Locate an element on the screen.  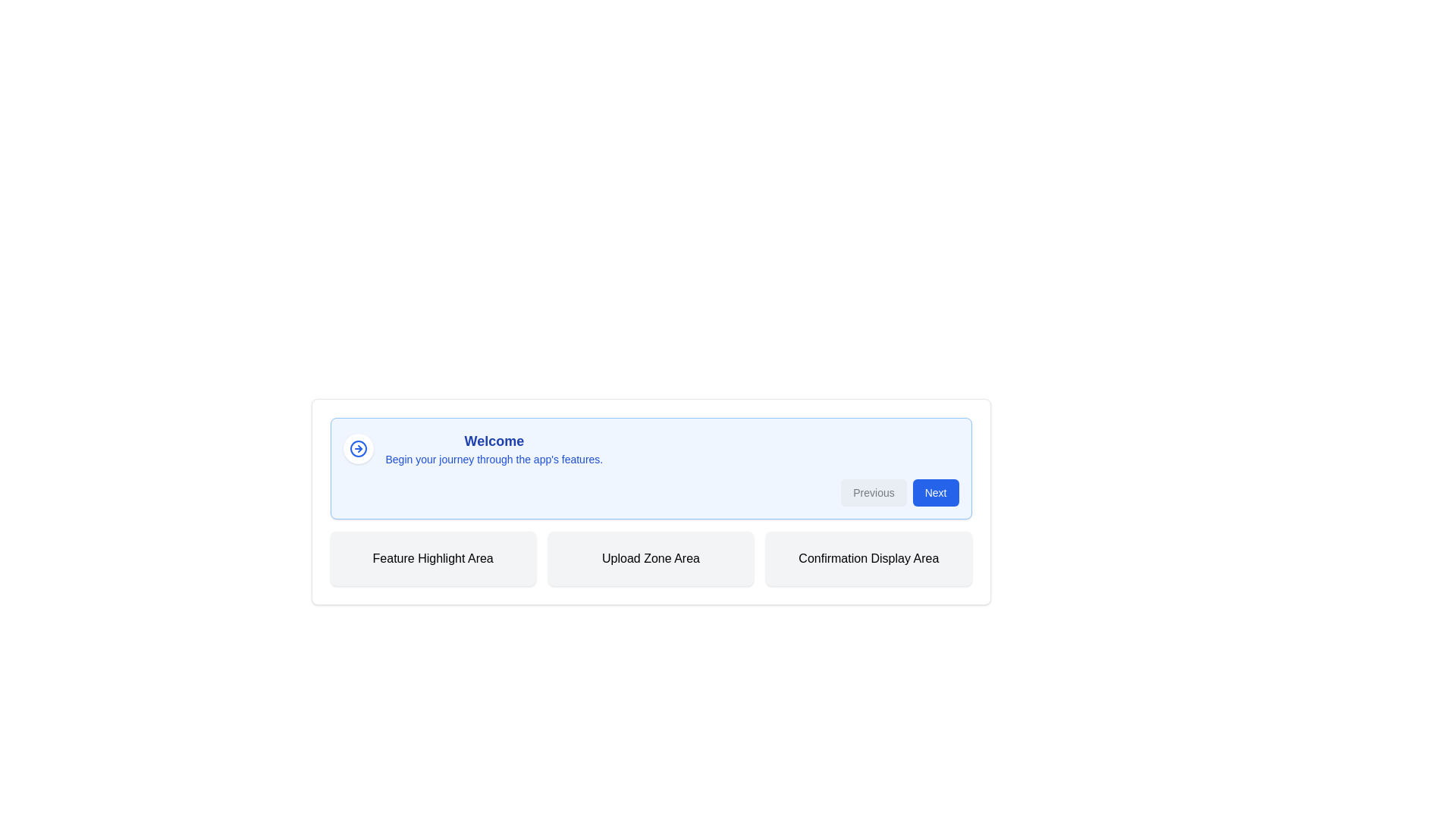
any of the three sections in the horizontally arranged grid layout containing 'Feature Highlight Area', 'Upload Zone Area', and 'Confirmation Display Area' to interact with it is located at coordinates (651, 558).